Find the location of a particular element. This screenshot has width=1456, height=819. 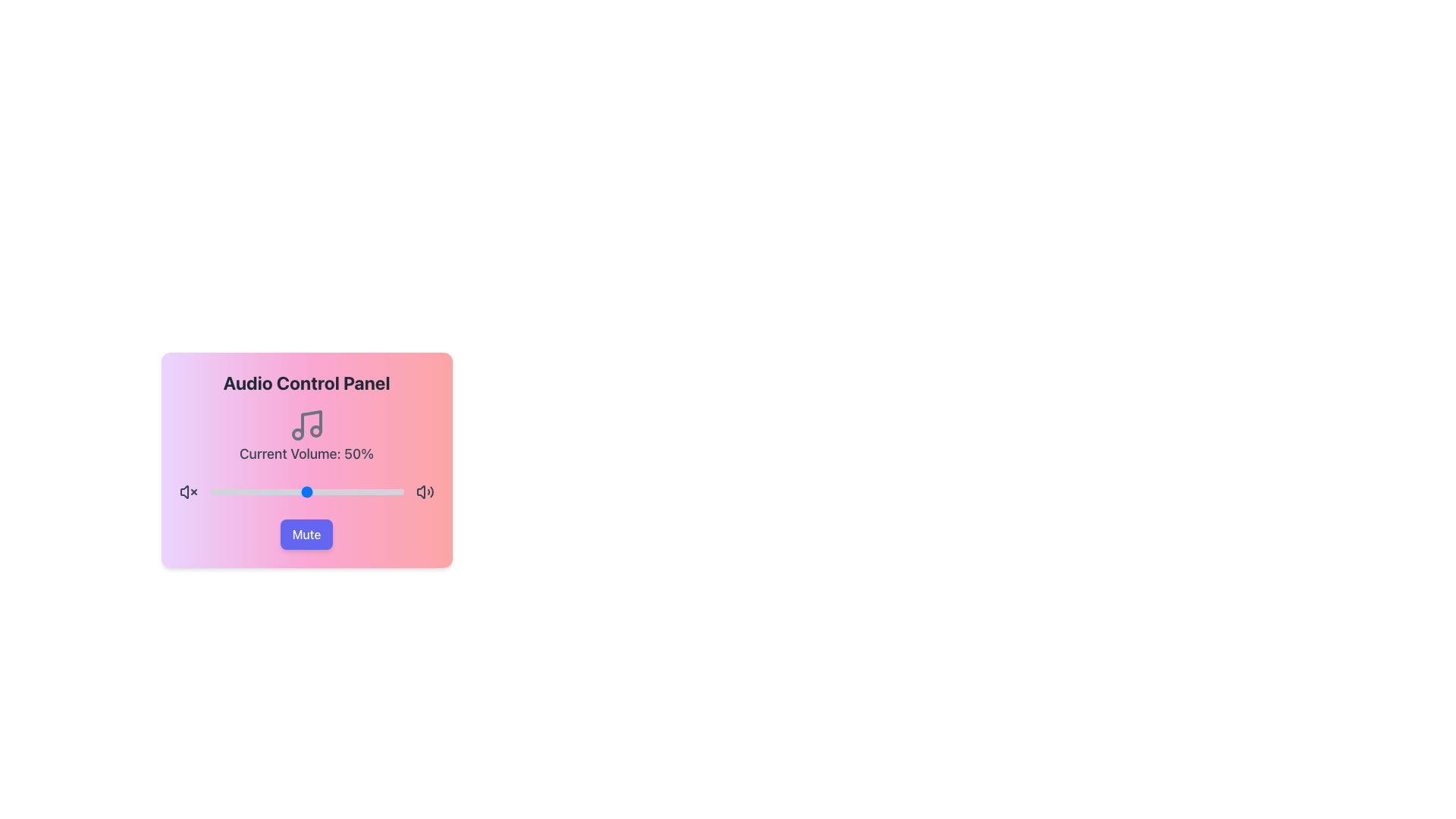

the volume is located at coordinates (258, 491).